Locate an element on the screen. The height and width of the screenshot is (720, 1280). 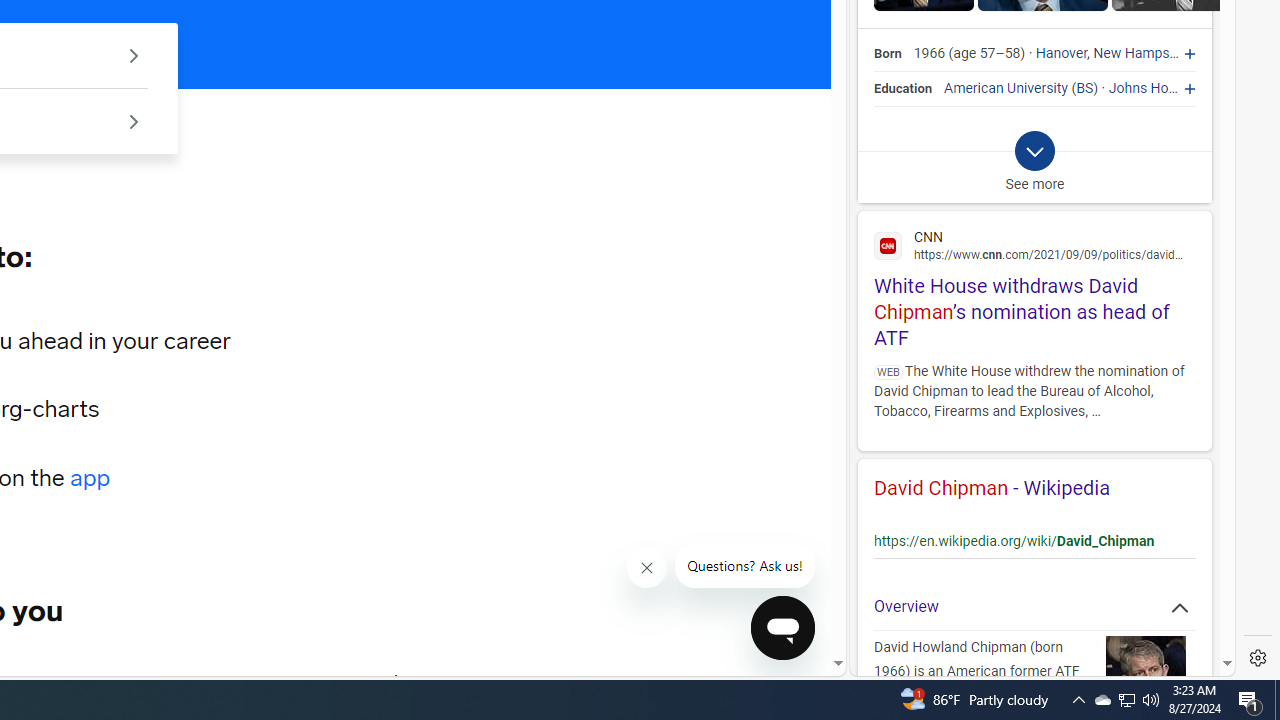
'American University' is located at coordinates (1006, 87).